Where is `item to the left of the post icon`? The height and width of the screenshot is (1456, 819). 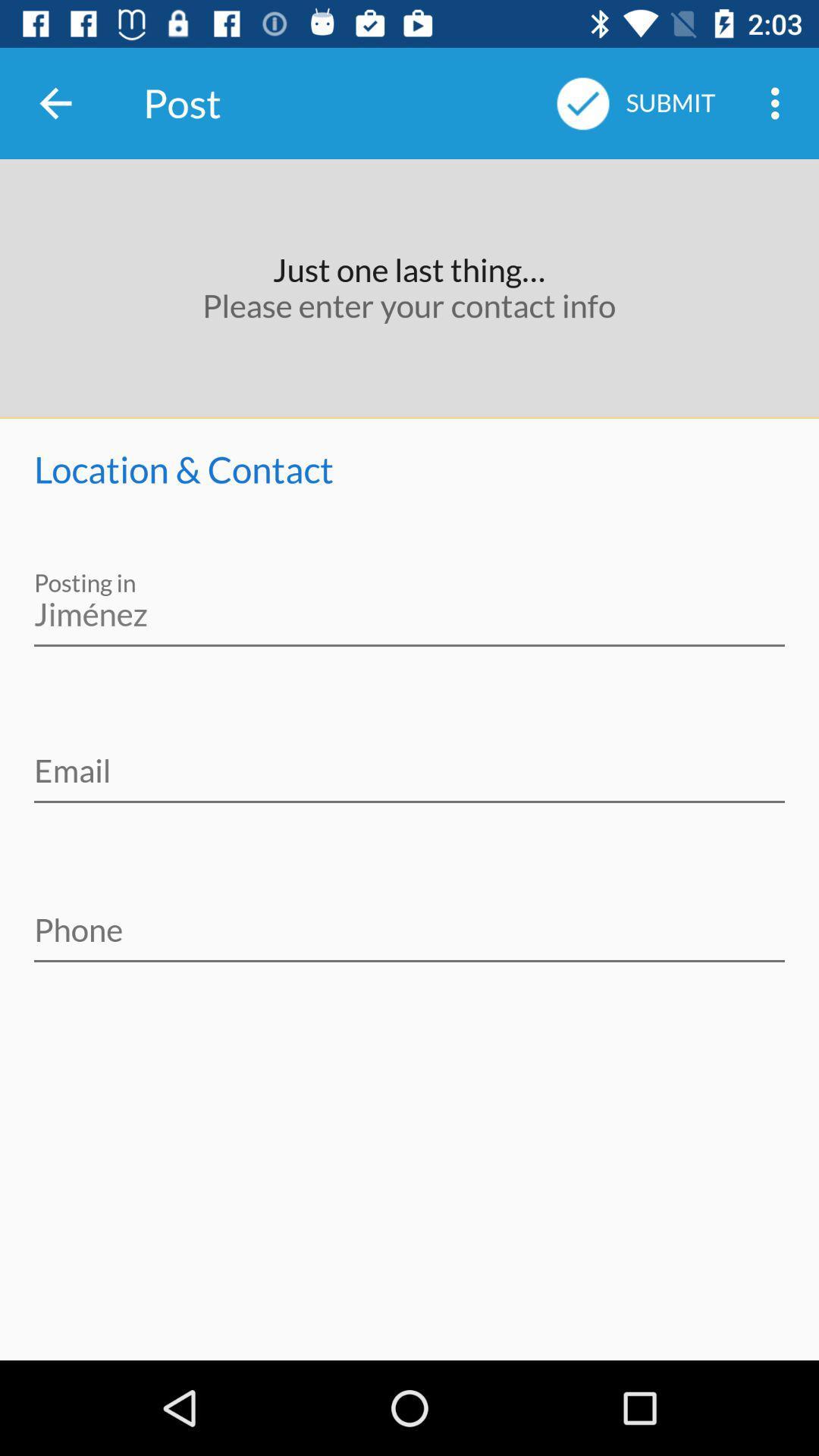 item to the left of the post icon is located at coordinates (55, 102).